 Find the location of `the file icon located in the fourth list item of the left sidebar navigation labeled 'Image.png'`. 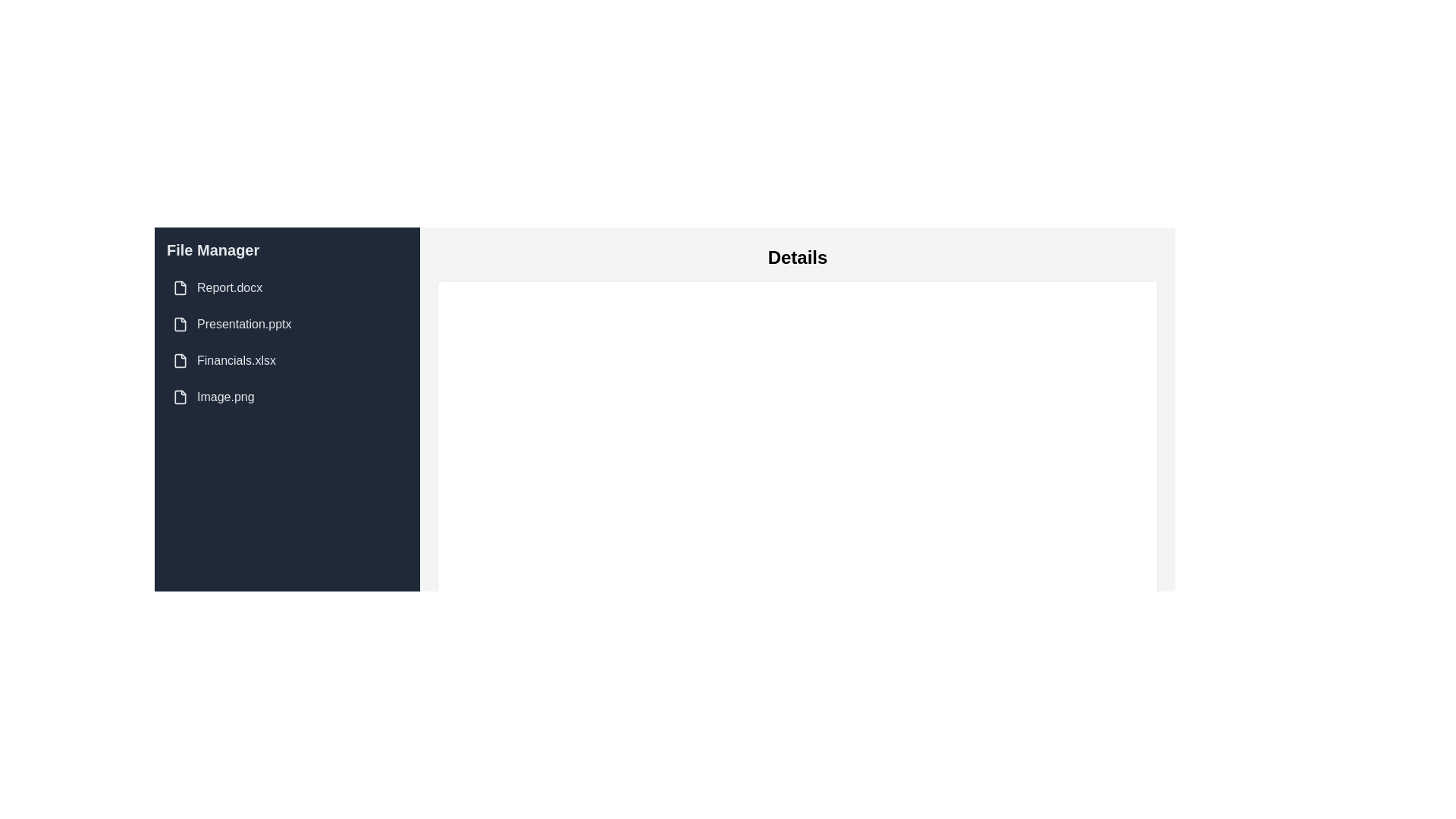

the file icon located in the fourth list item of the left sidebar navigation labeled 'Image.png' is located at coordinates (180, 397).